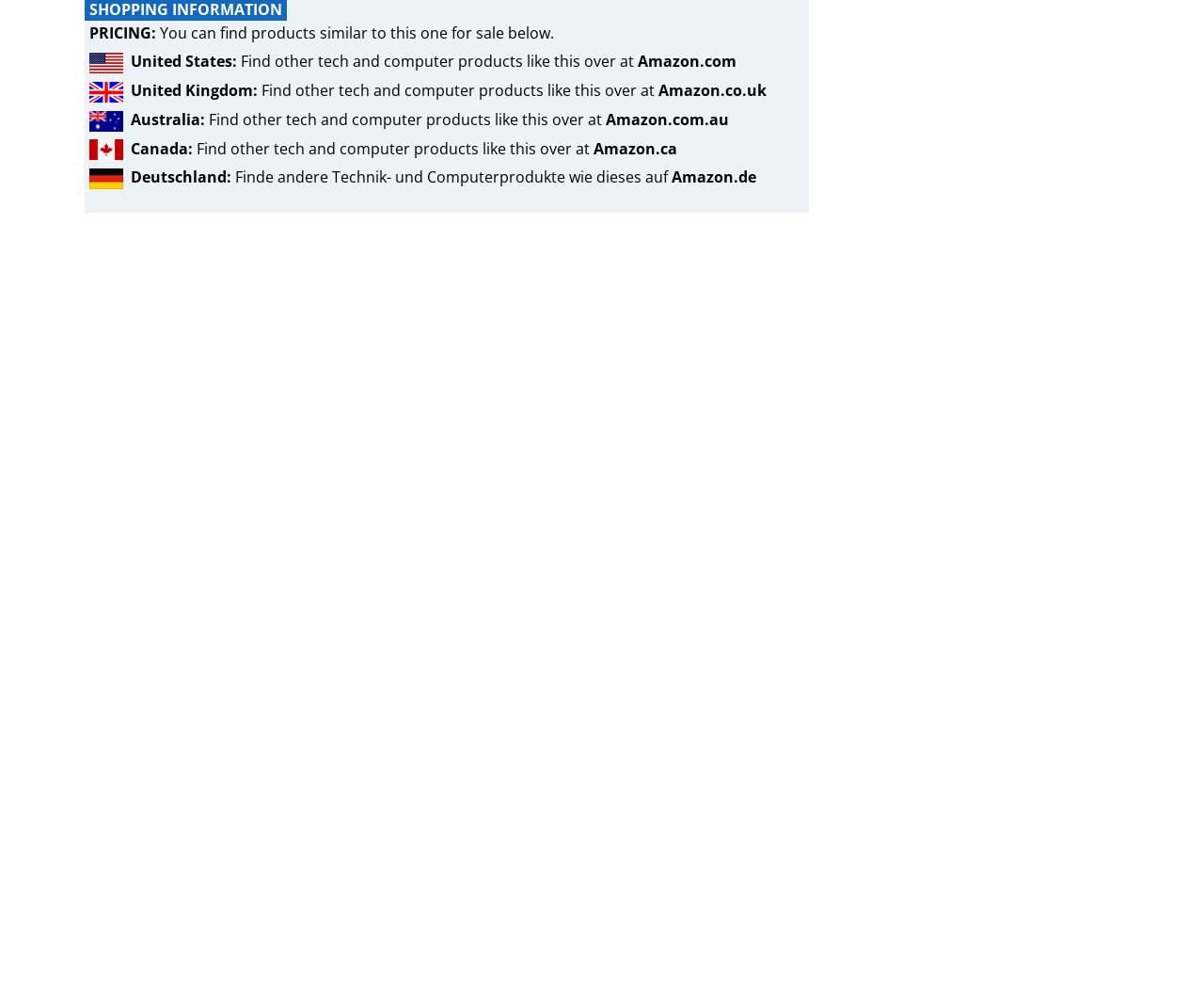 This screenshot has height=1006, width=1204. Describe the element at coordinates (167, 119) in the screenshot. I see `'Australia:'` at that location.